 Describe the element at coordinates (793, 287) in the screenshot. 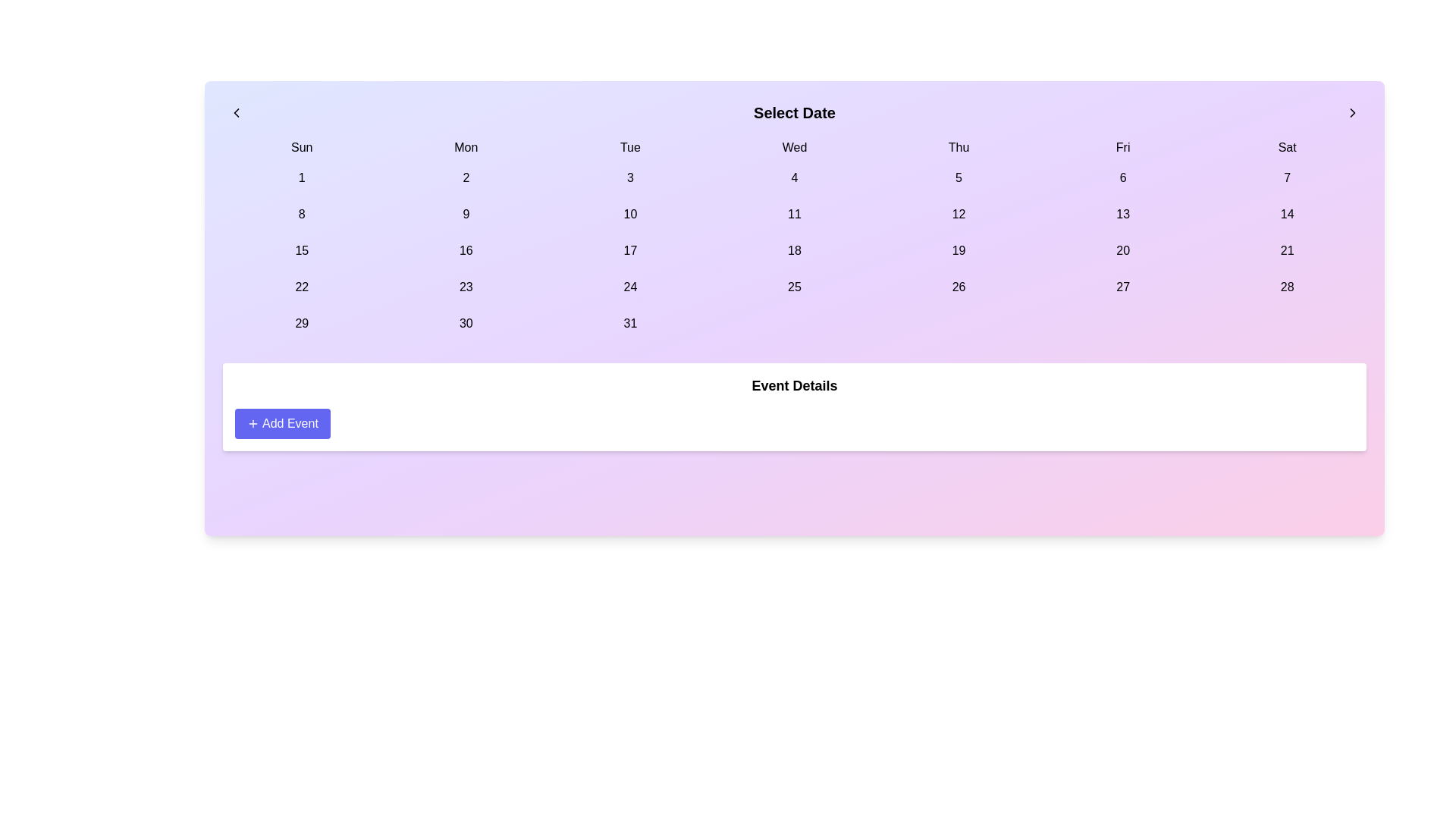

I see `the button labeled '25' located in the fourth column under the 'Wed' header in the fifth row of the calendar grid` at that location.